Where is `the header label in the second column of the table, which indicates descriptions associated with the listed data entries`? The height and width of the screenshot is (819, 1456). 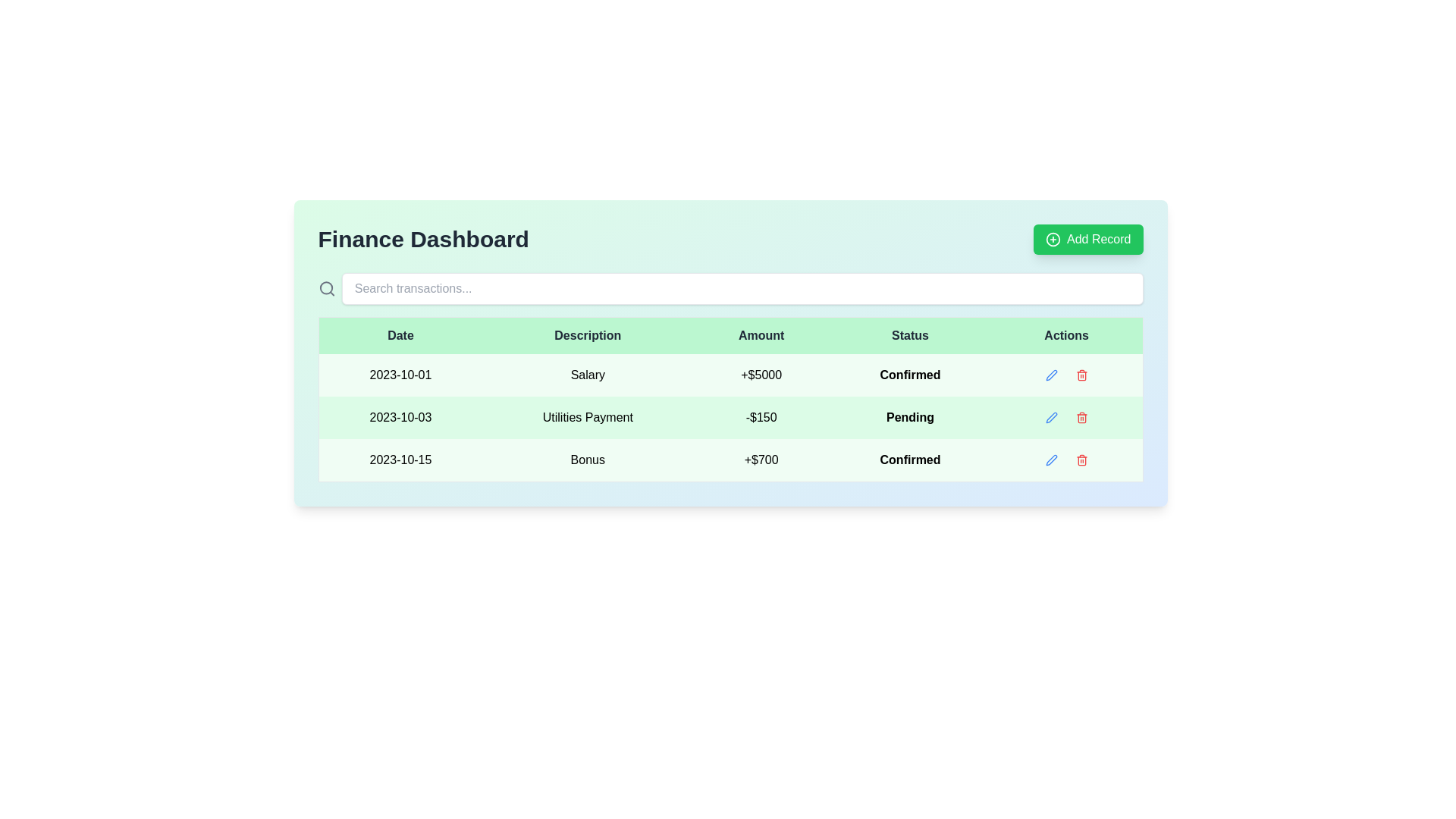
the header label in the second column of the table, which indicates descriptions associated with the listed data entries is located at coordinates (587, 334).